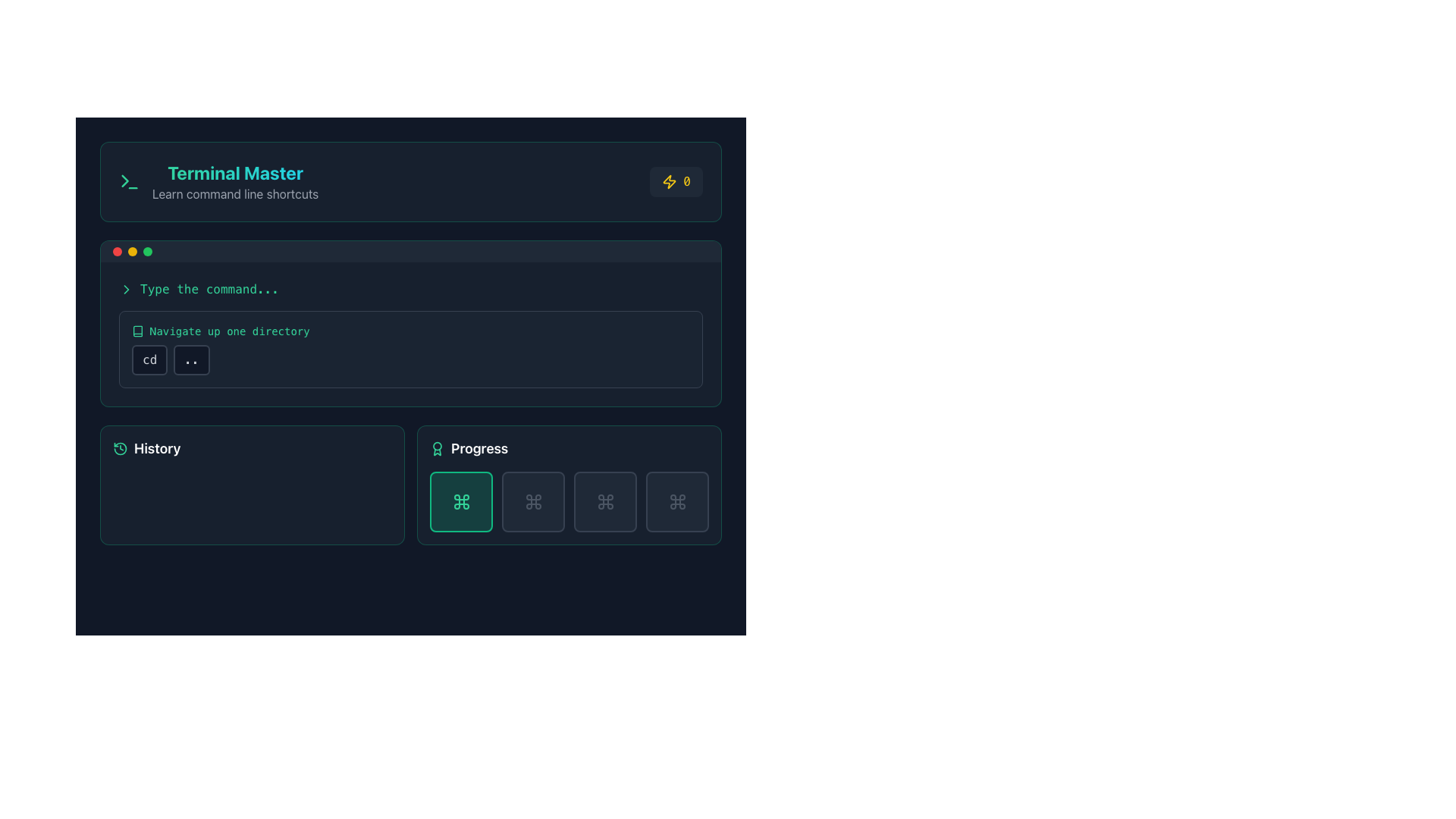 The image size is (1456, 819). I want to click on the label of the Header element located in the bottom-left corner of the interface, which serves as a navigational link to view historical data or past activities, so click(252, 447).